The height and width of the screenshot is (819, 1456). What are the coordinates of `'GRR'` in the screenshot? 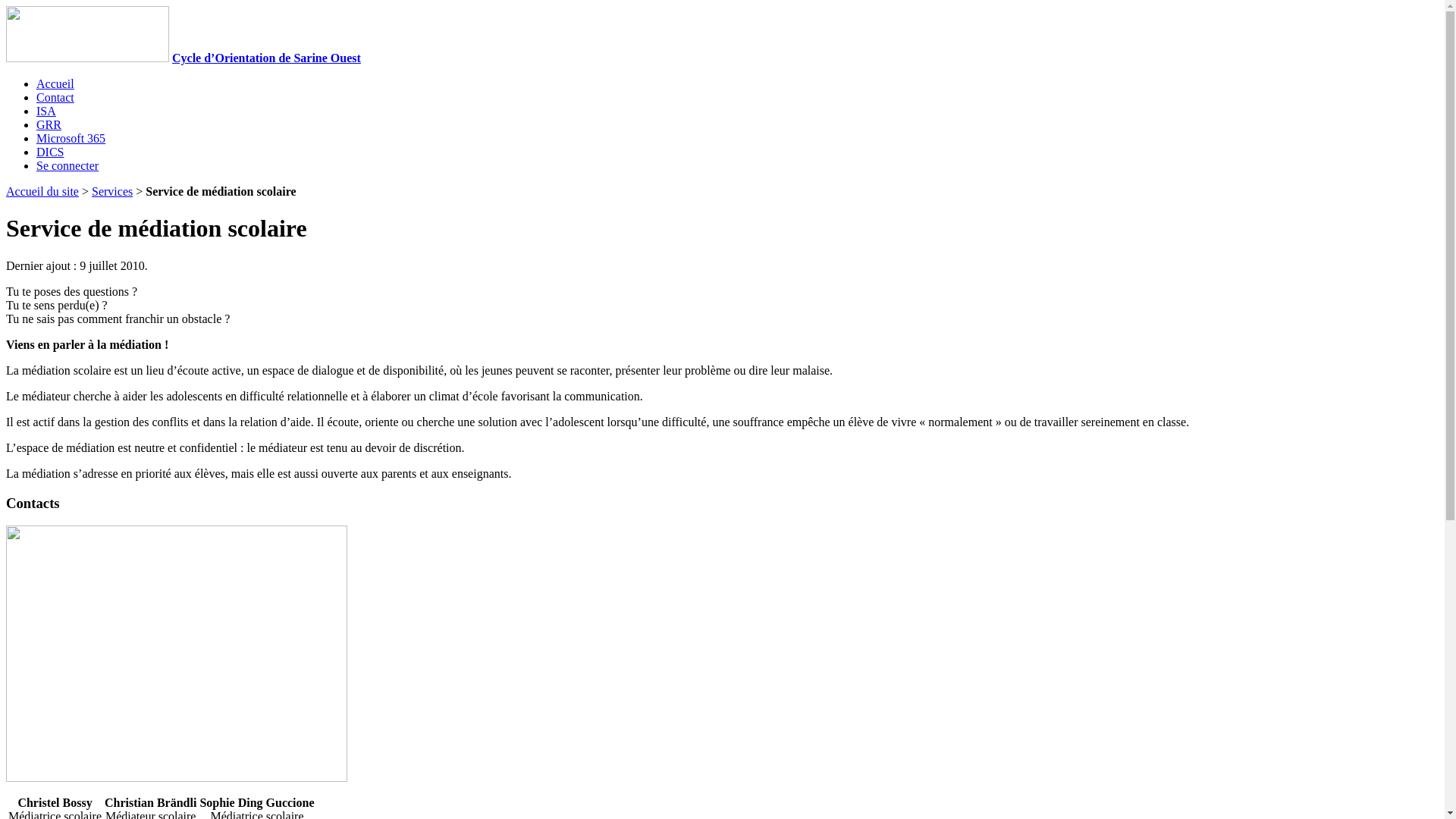 It's located at (49, 124).